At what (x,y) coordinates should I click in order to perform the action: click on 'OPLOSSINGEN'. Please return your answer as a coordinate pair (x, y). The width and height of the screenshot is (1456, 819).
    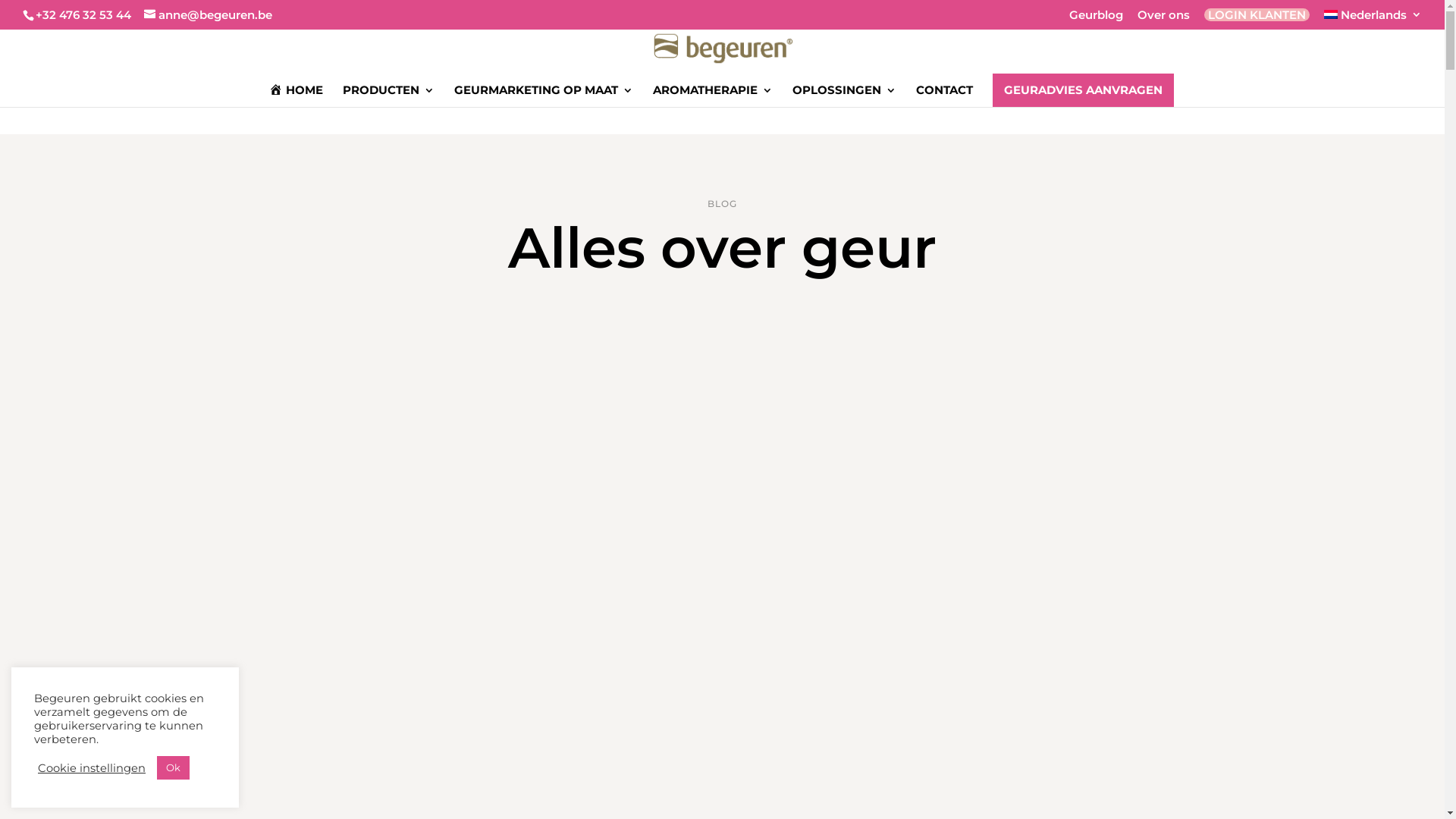
    Looking at the image, I should click on (843, 94).